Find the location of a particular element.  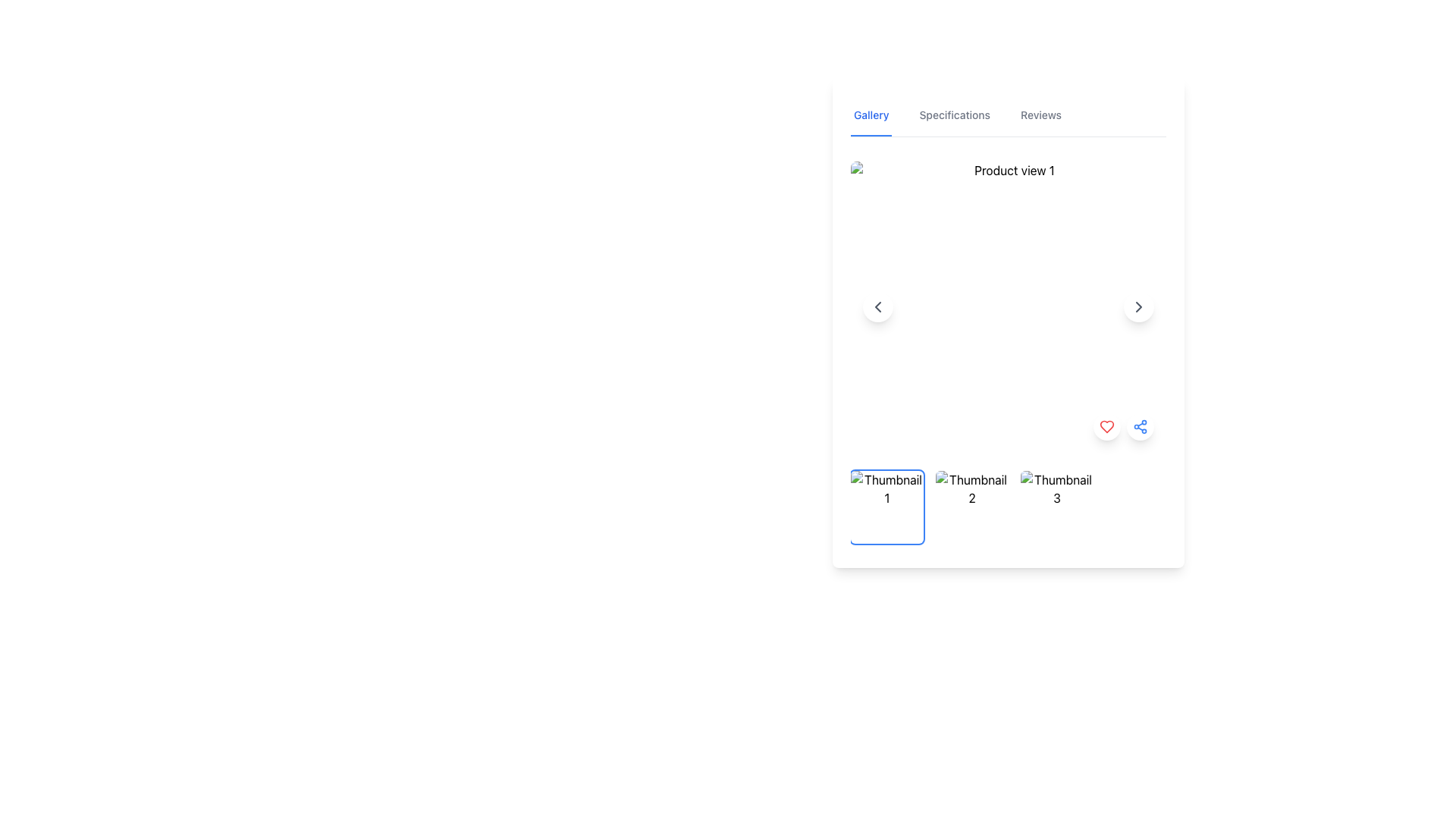

the 'Reviews' Tab item, which is the third item in the horizontal navigation bar, to change its style and highlight it is located at coordinates (1040, 115).